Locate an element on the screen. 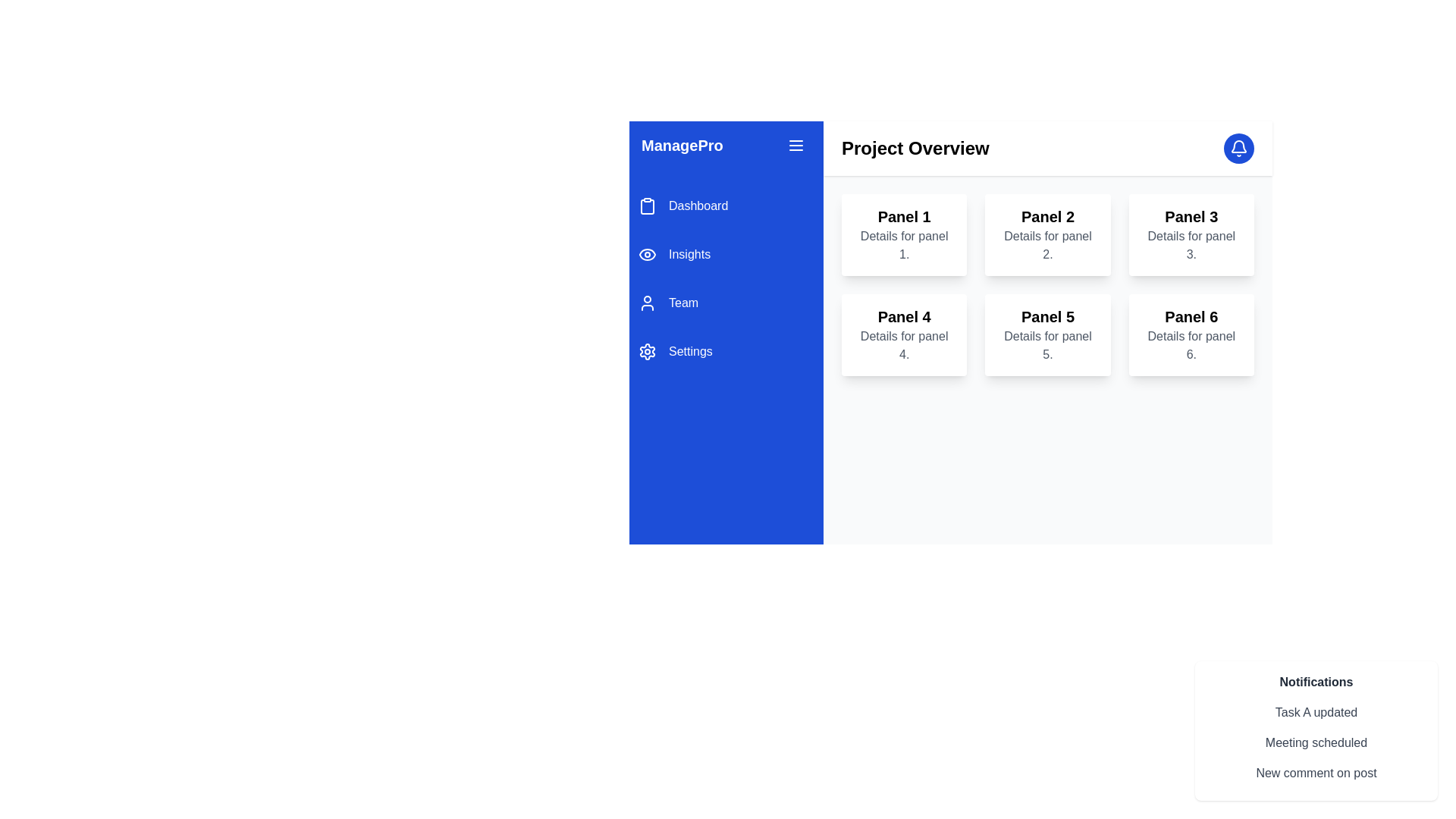  the 'Insights' text label in the vertical navigation menu, which is located below the 'Dashboard' label and above the 'Team' label is located at coordinates (689, 253).